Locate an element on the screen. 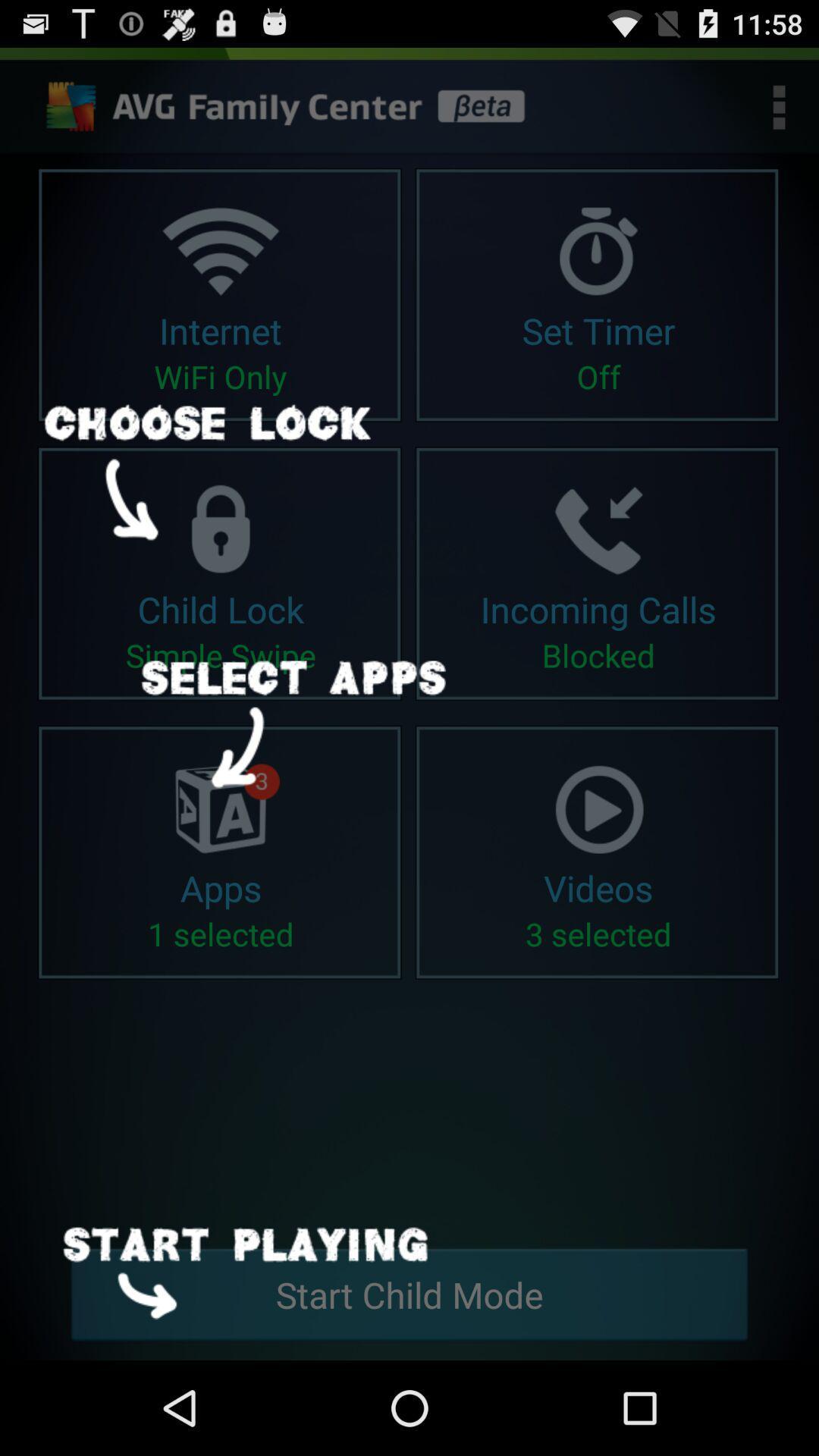 The width and height of the screenshot is (819, 1456). the first frame in third row is located at coordinates (220, 852).